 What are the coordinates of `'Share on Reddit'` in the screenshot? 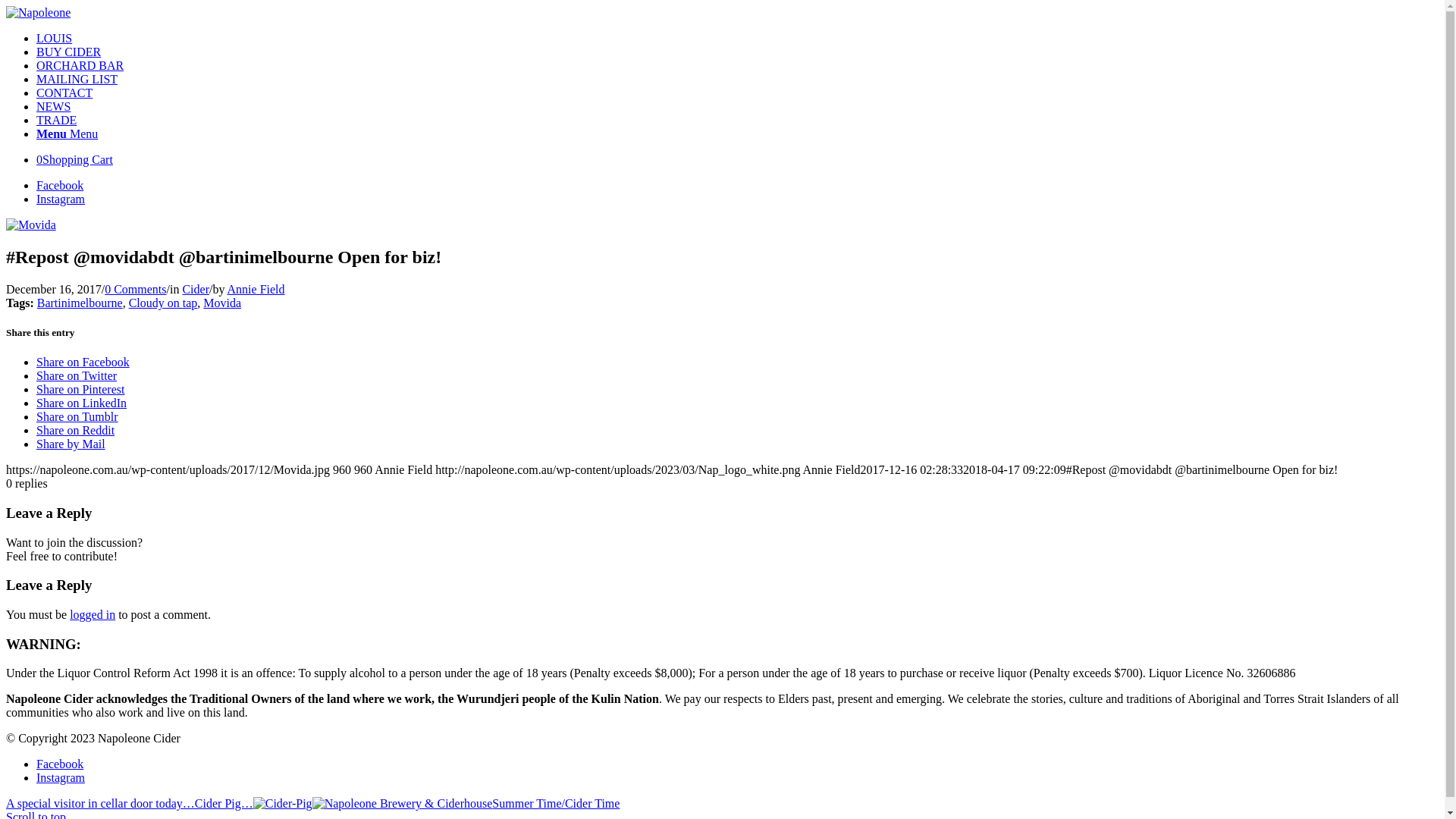 It's located at (74, 430).